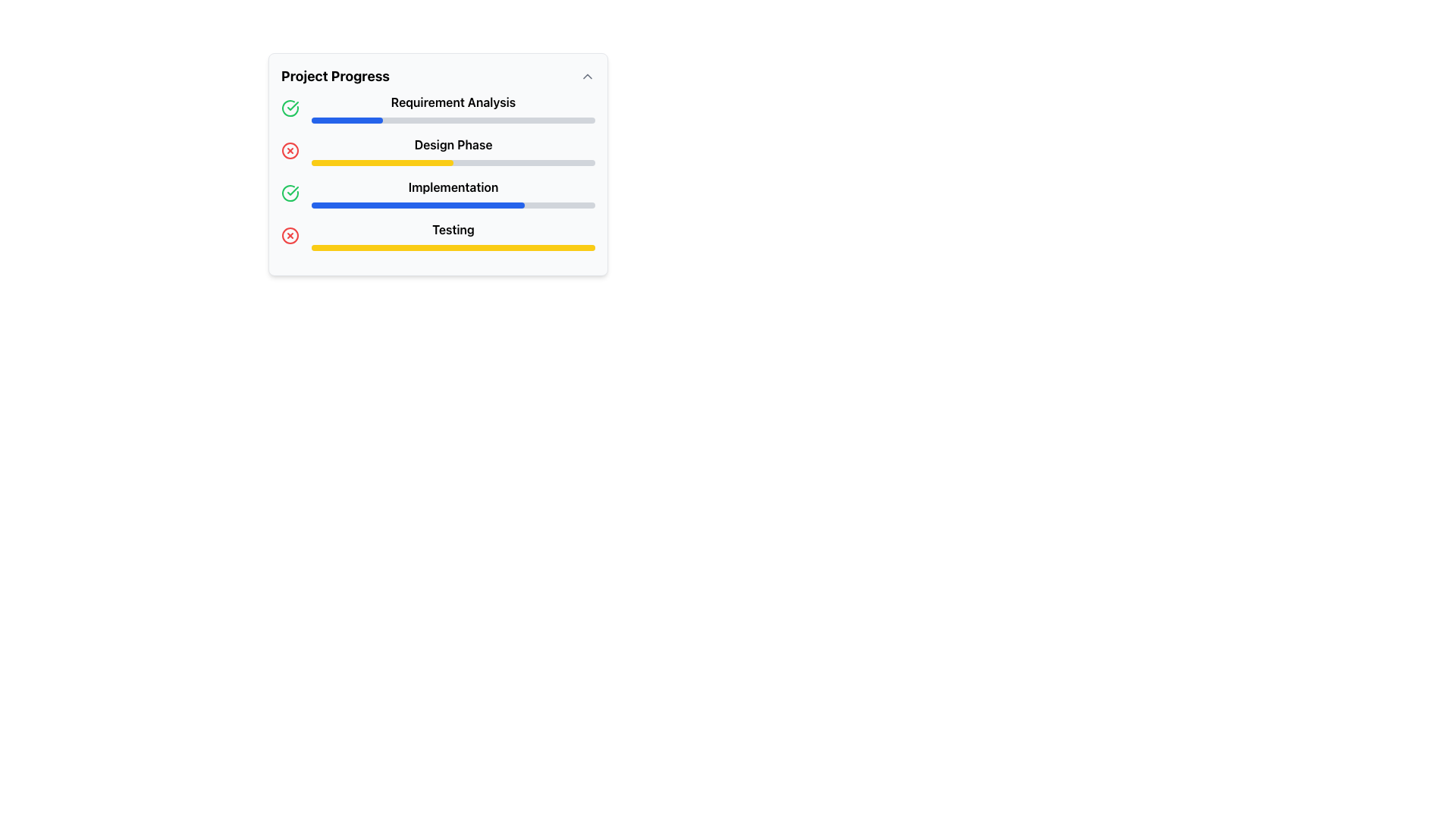  I want to click on the filled portion of the Progress Bar Segment representing the 'Requirement Analysis' phase in the progress tracking interface, so click(346, 119).